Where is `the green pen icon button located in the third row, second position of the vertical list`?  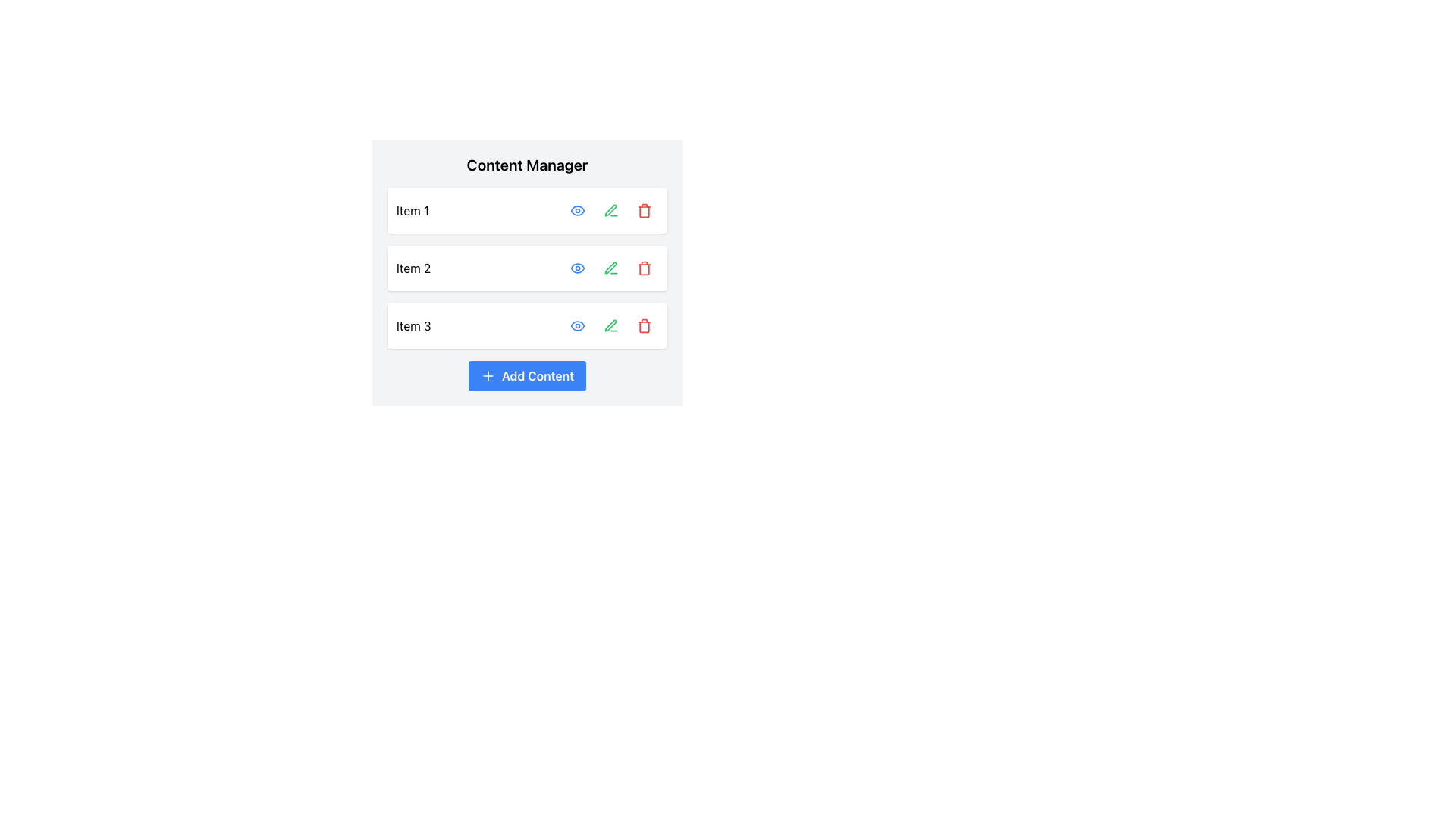
the green pen icon button located in the third row, second position of the vertical list is located at coordinates (611, 325).